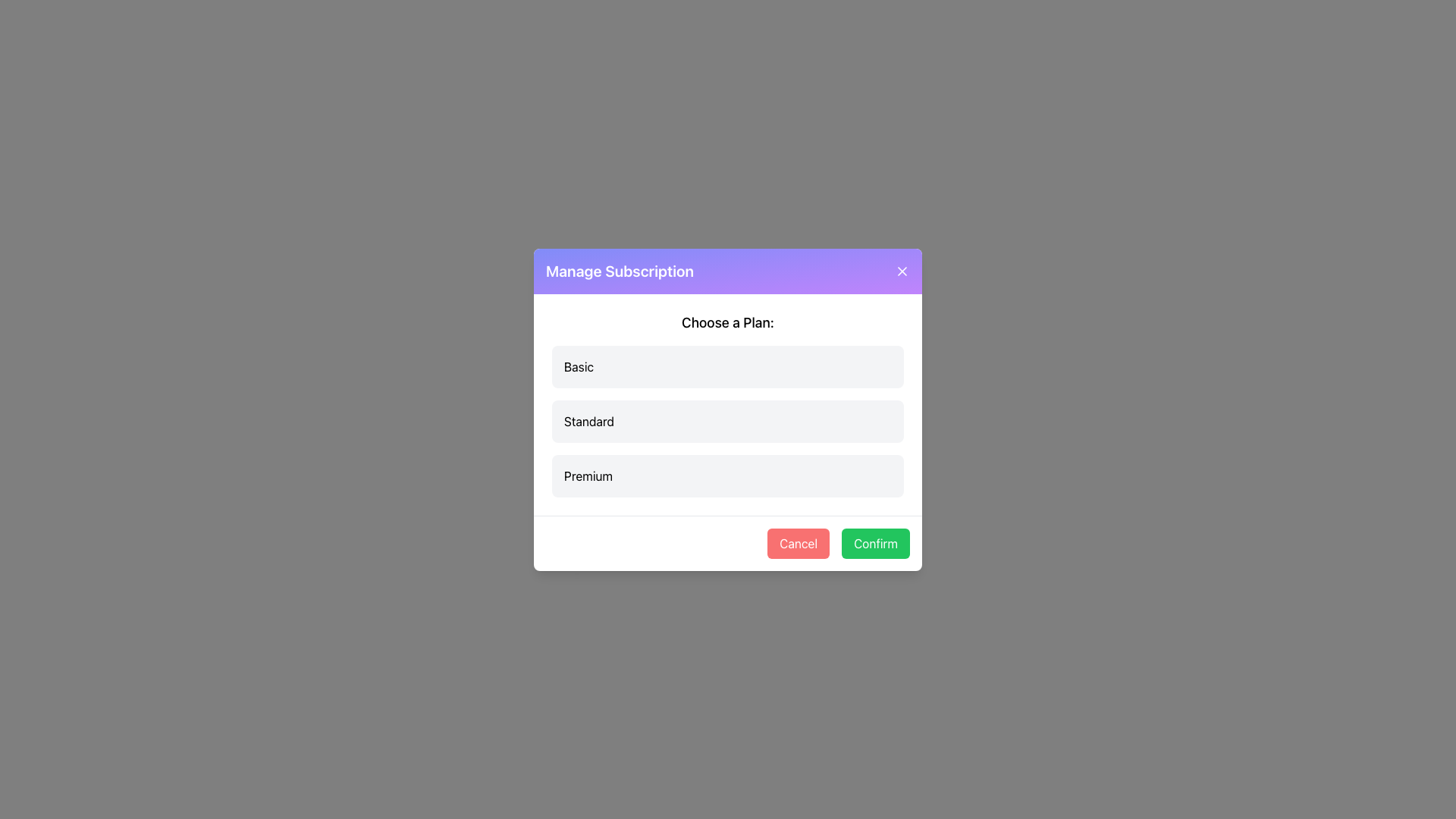  Describe the element at coordinates (620, 270) in the screenshot. I see `the 'Manage Subscription' text label, which is styled in bold white font and located near the left side of the title bar in the subscription management modal` at that location.